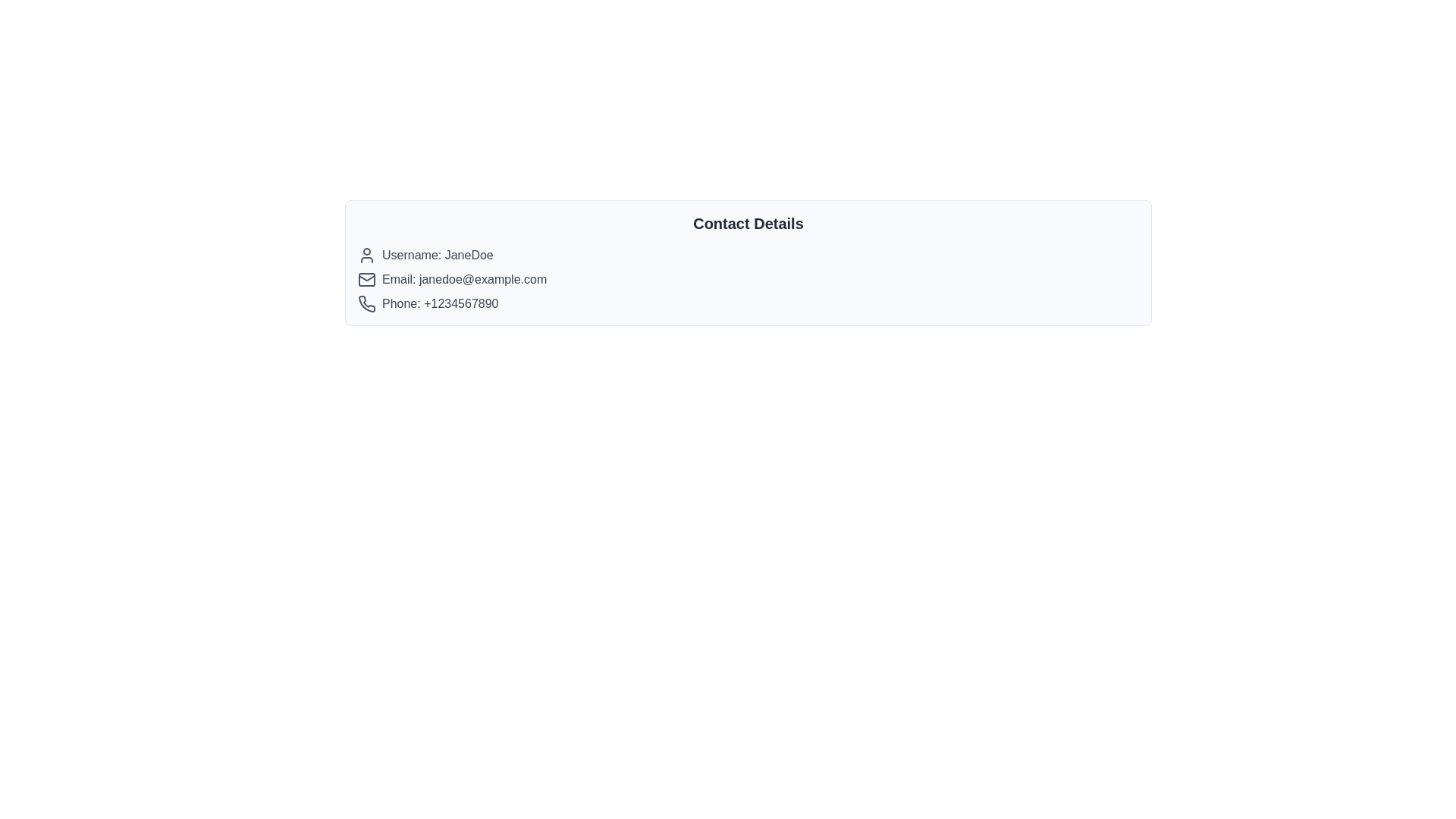 This screenshot has height=819, width=1456. Describe the element at coordinates (367, 304) in the screenshot. I see `the 'Phone' icon that indicates contact information, located to the left of the text 'Phone: +1234567890'` at that location.